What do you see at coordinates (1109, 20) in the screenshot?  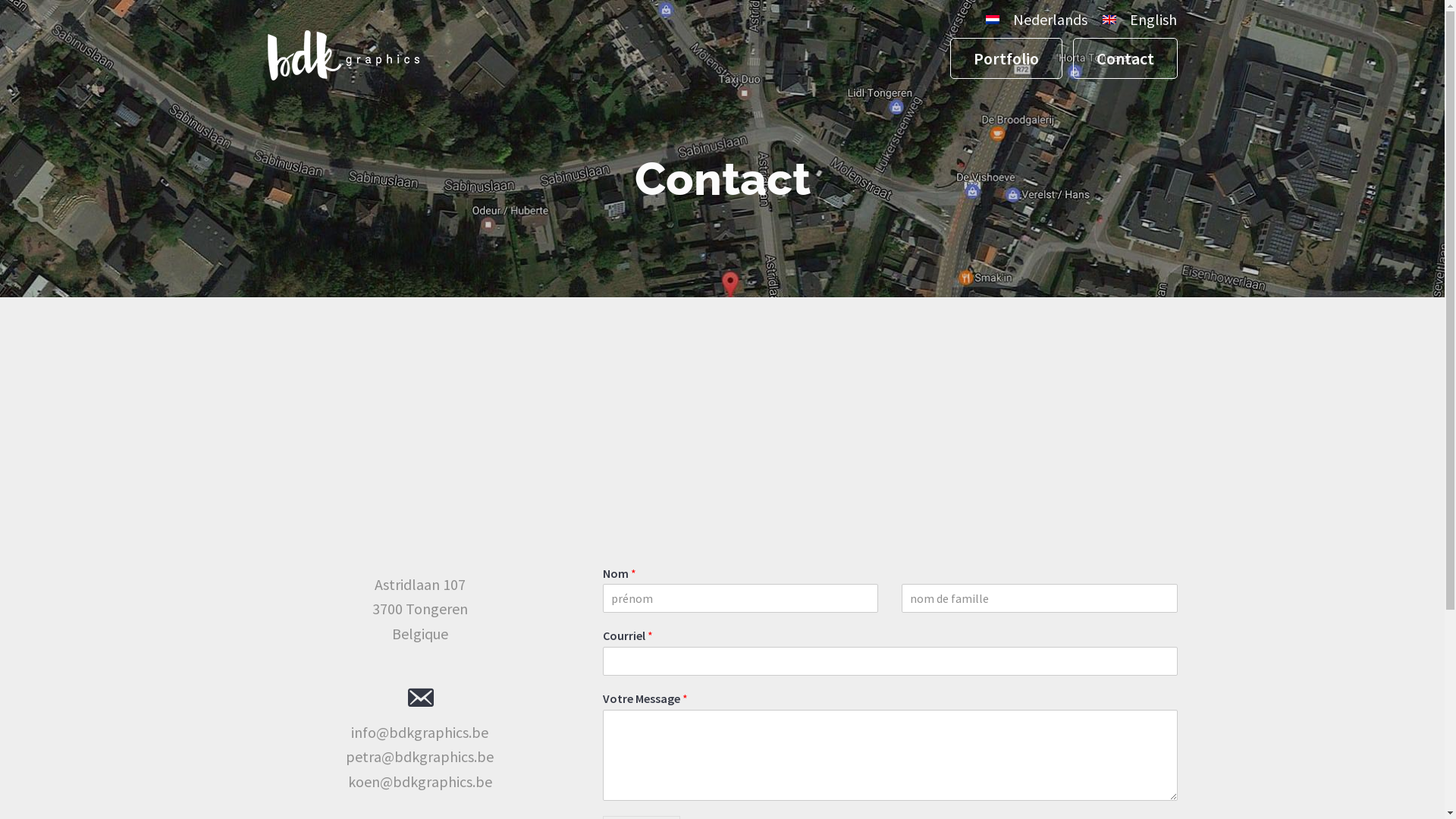 I see `'English'` at bounding box center [1109, 20].